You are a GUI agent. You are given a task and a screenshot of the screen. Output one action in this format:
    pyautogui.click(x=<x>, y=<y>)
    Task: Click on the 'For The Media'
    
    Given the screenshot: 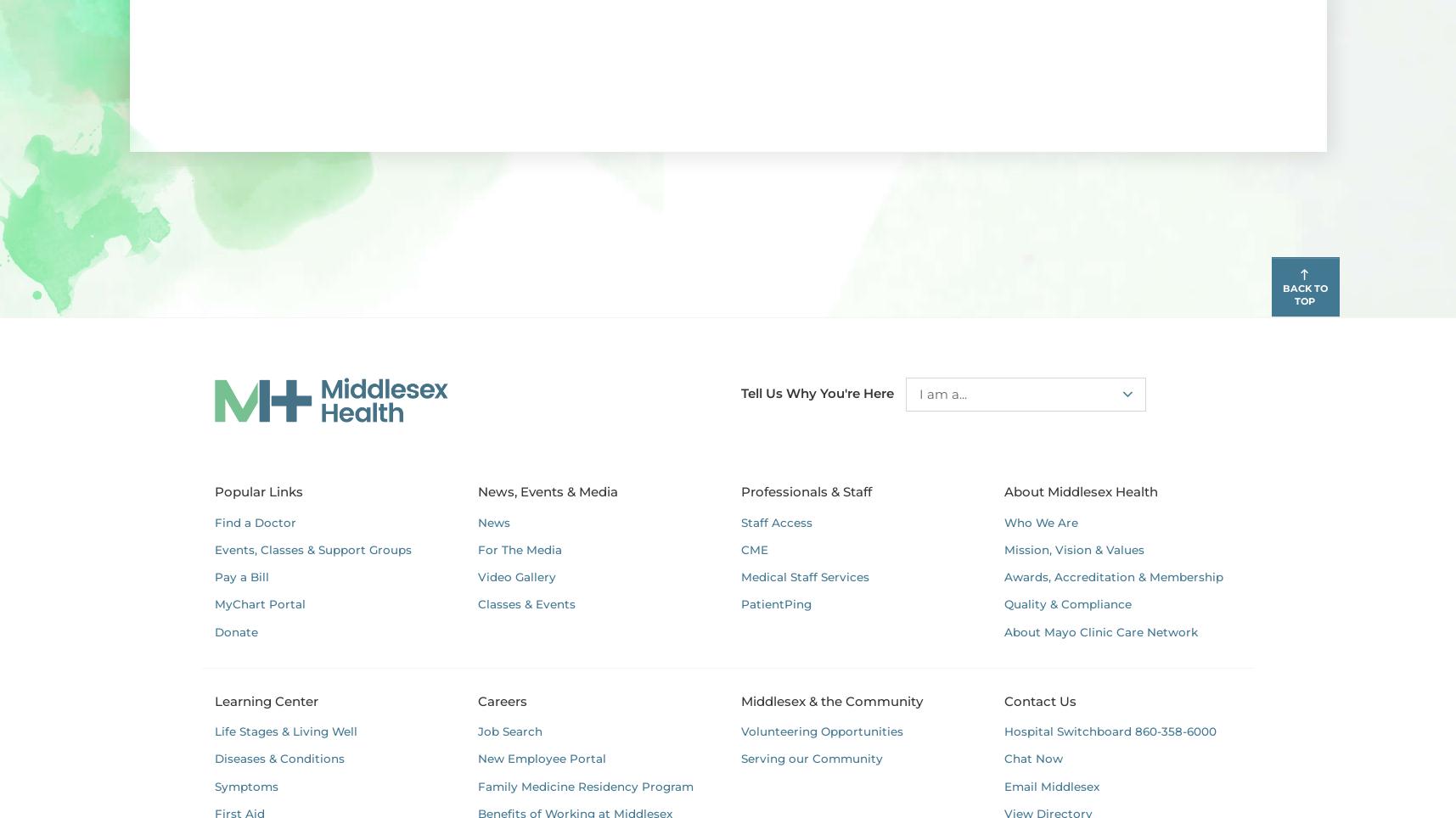 What is the action you would take?
    pyautogui.click(x=518, y=548)
    